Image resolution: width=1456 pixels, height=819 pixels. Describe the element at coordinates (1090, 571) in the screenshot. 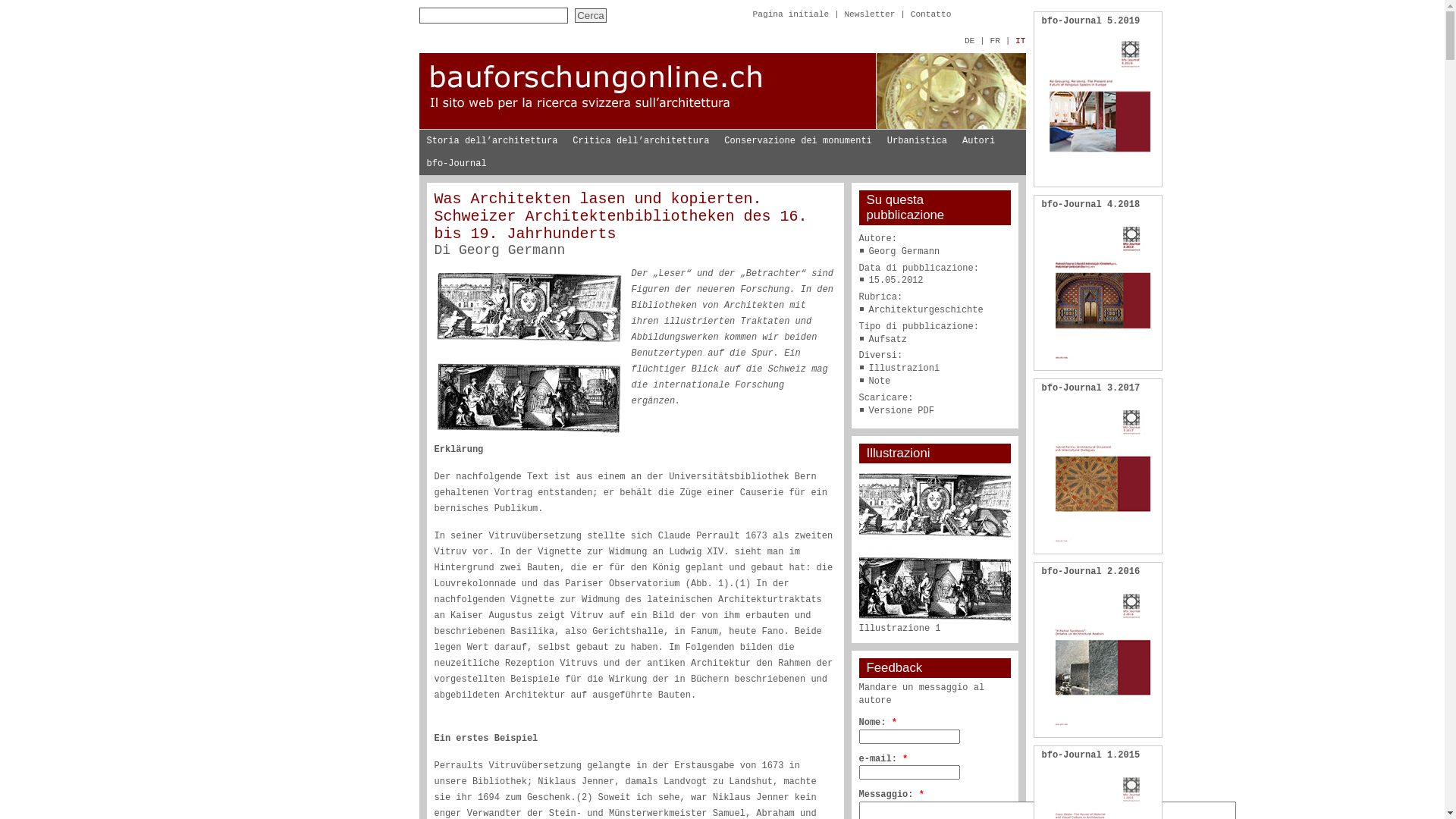

I see `'bfo-Journal 2.2016'` at that location.